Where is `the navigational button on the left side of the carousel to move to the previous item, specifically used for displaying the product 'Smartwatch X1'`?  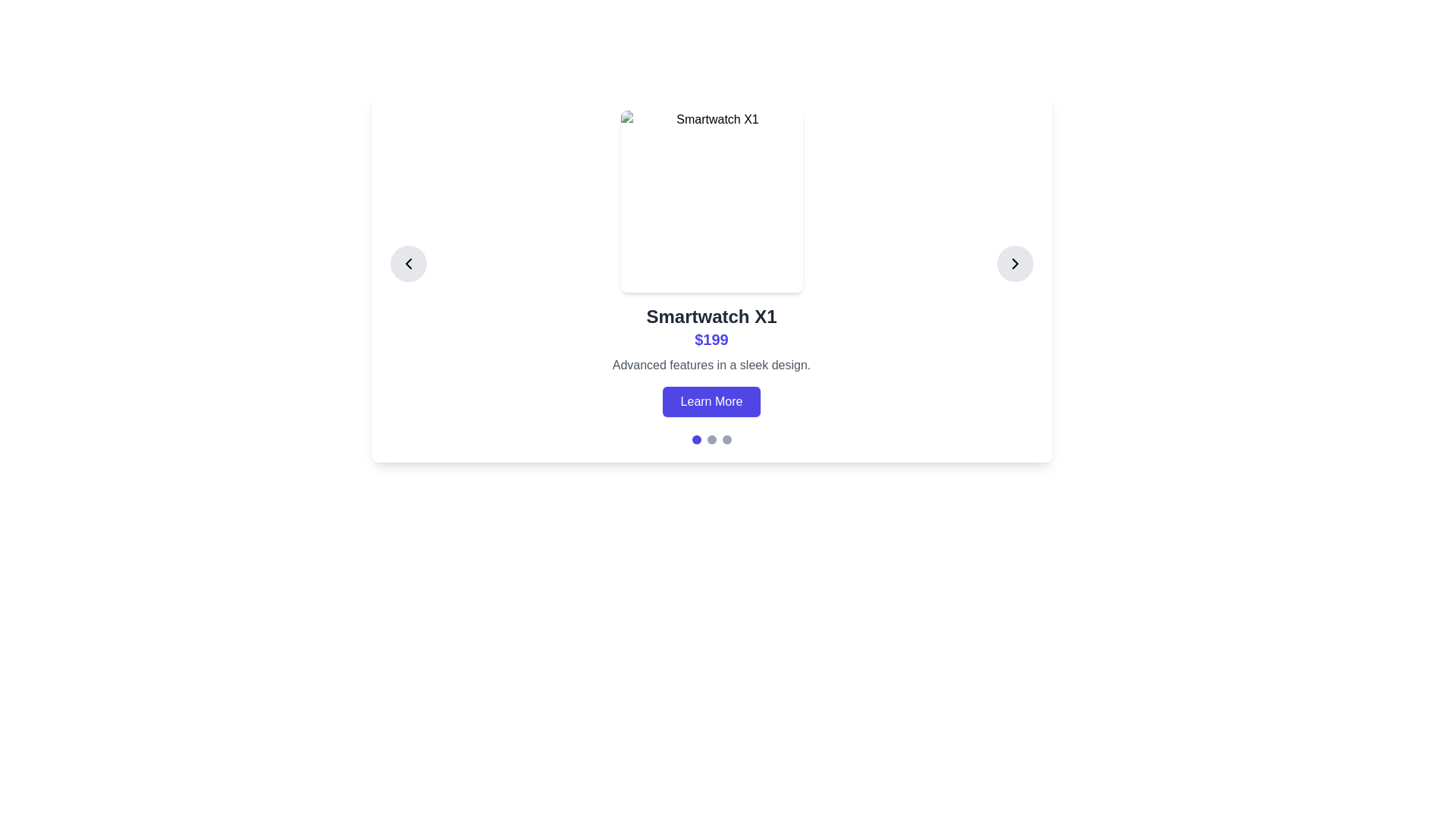
the navigational button on the left side of the carousel to move to the previous item, specifically used for displaying the product 'Smartwatch X1' is located at coordinates (408, 262).